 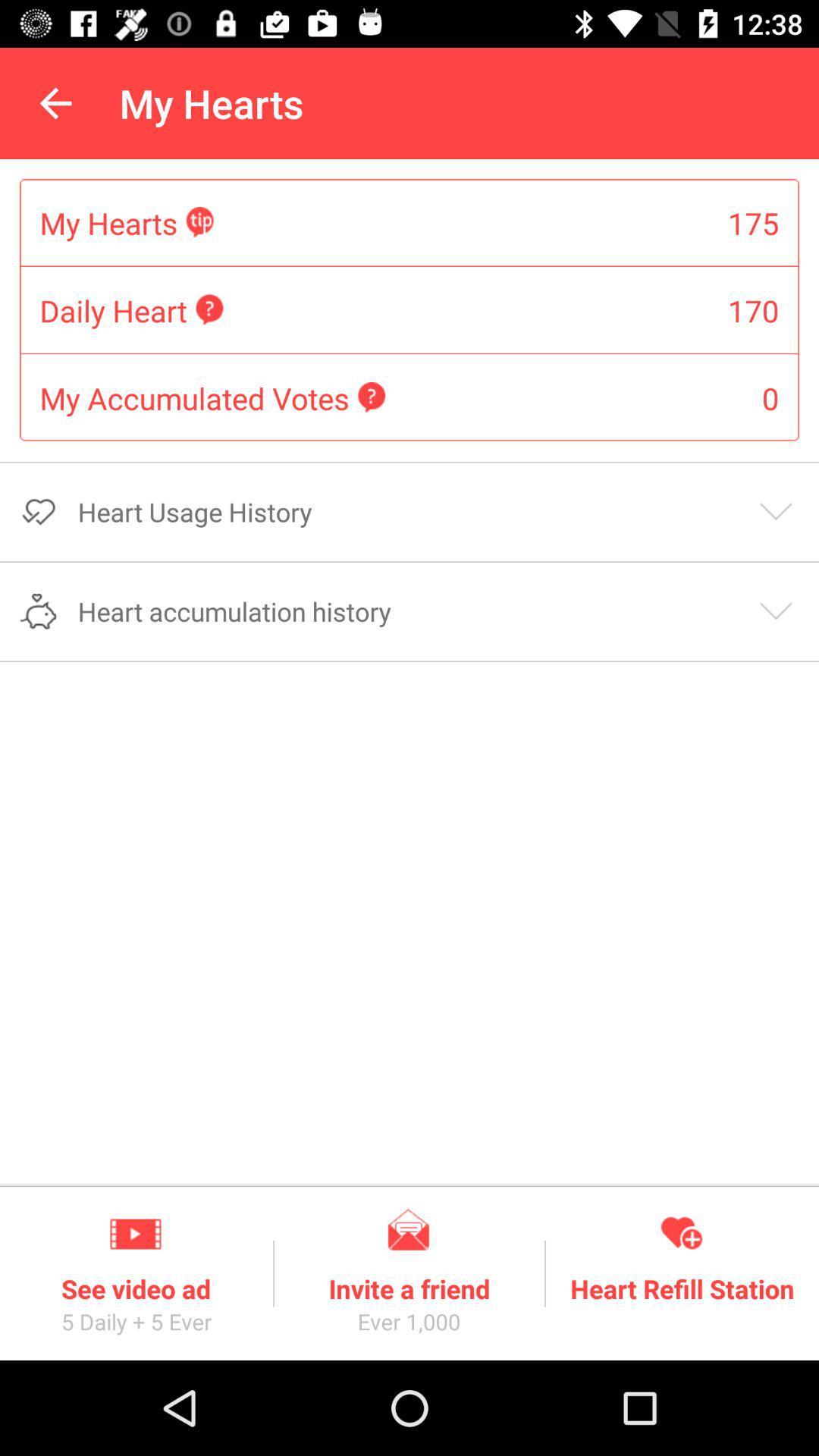 I want to click on the icon next to the my hearts app, so click(x=55, y=102).